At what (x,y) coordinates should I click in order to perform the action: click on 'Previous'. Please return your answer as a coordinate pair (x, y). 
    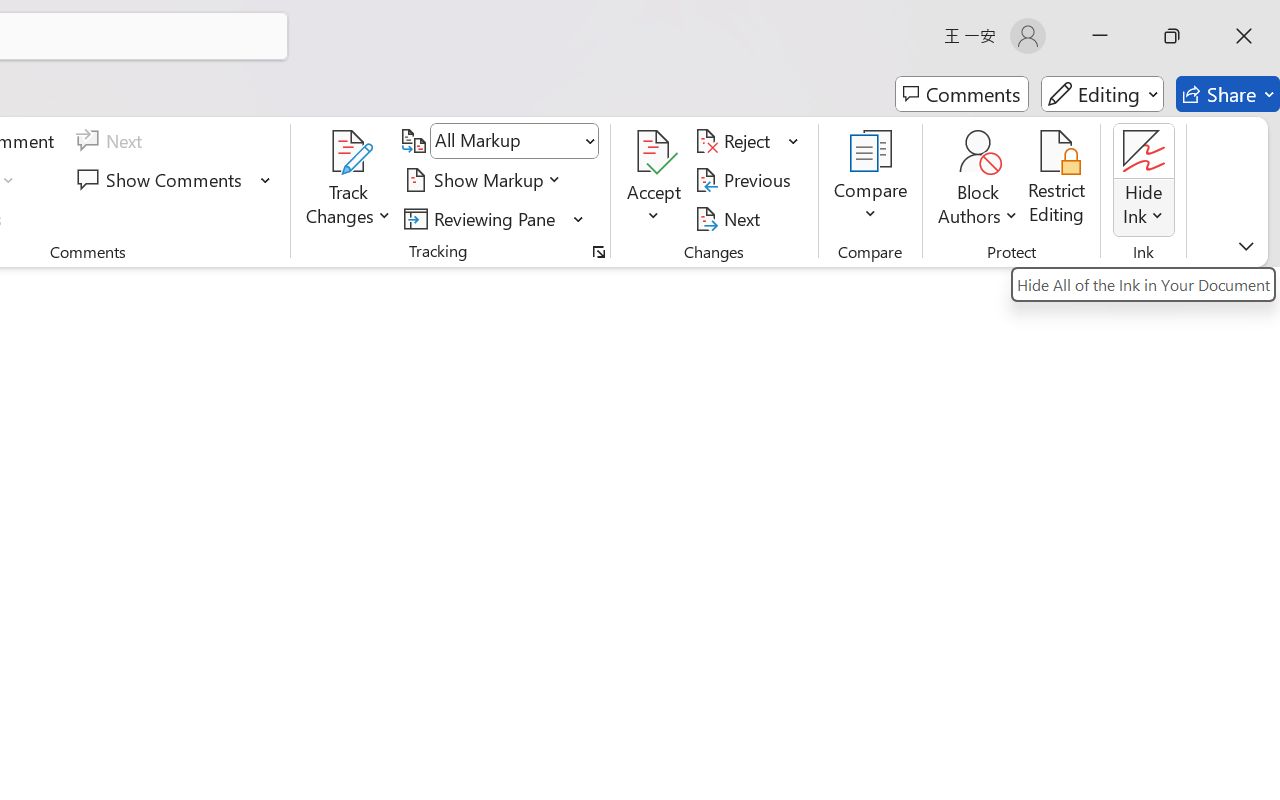
    Looking at the image, I should click on (745, 179).